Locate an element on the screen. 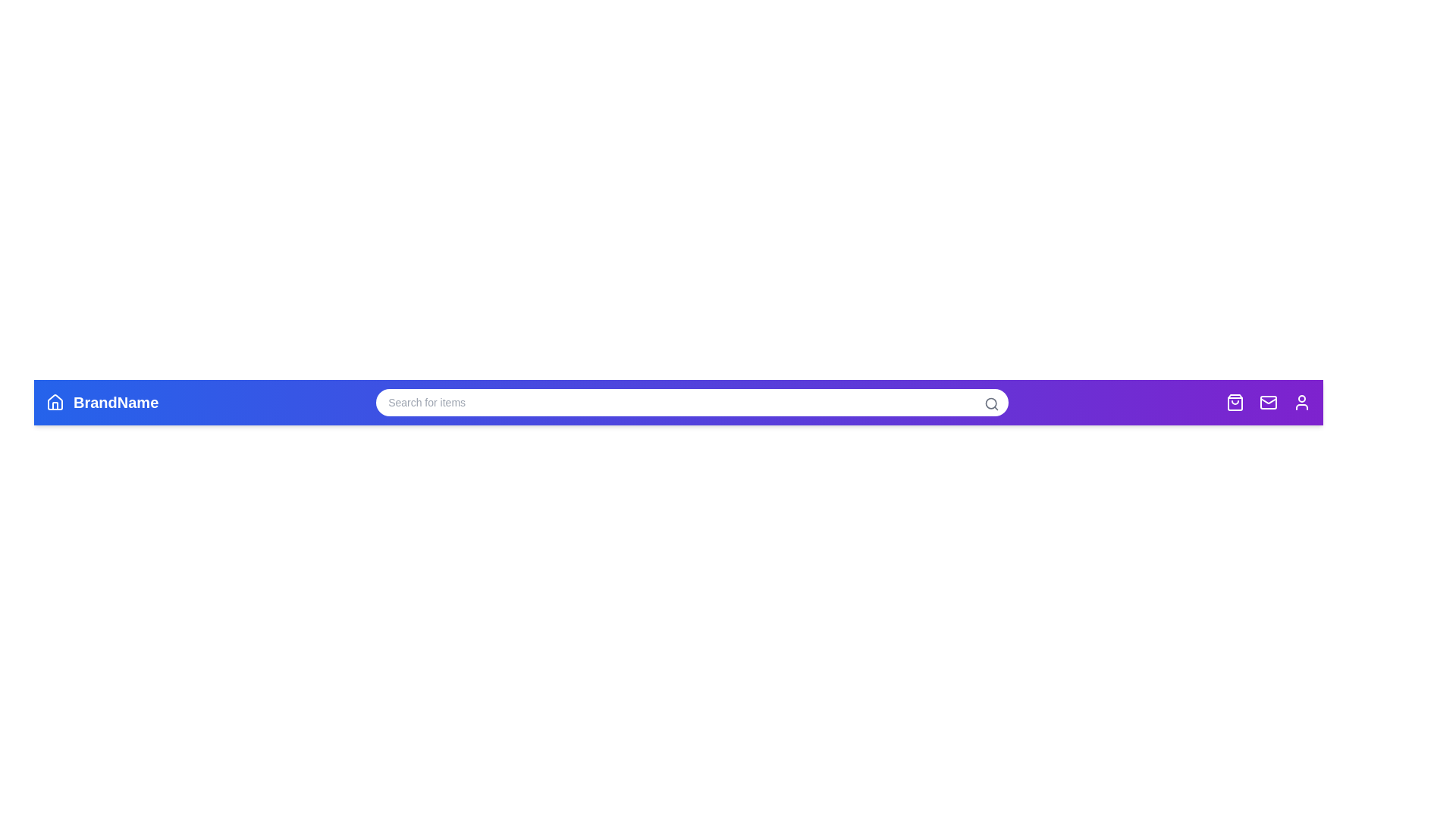  the search icon to initiate the search is located at coordinates (992, 403).